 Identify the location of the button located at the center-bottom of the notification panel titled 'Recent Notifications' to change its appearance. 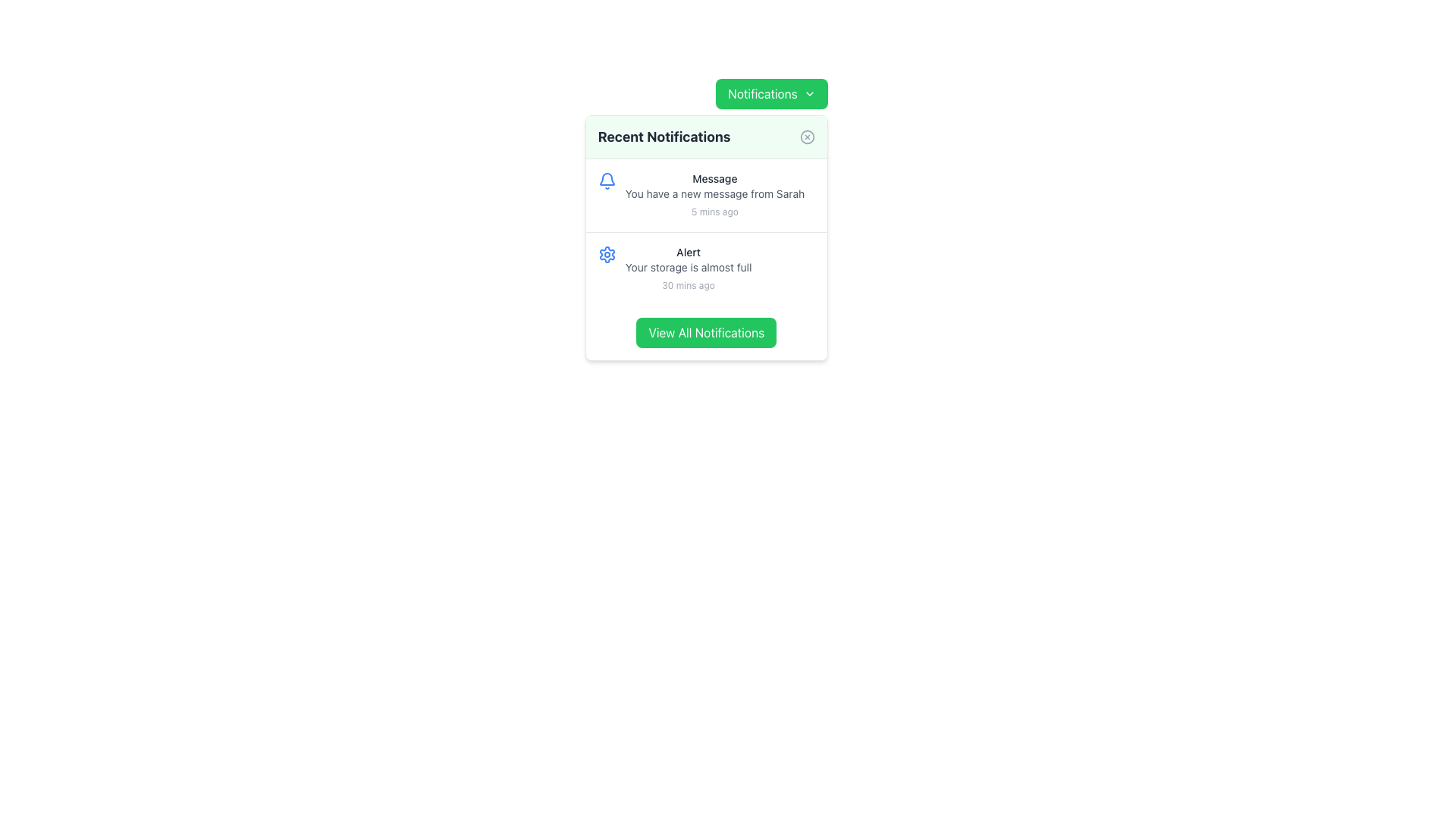
(705, 332).